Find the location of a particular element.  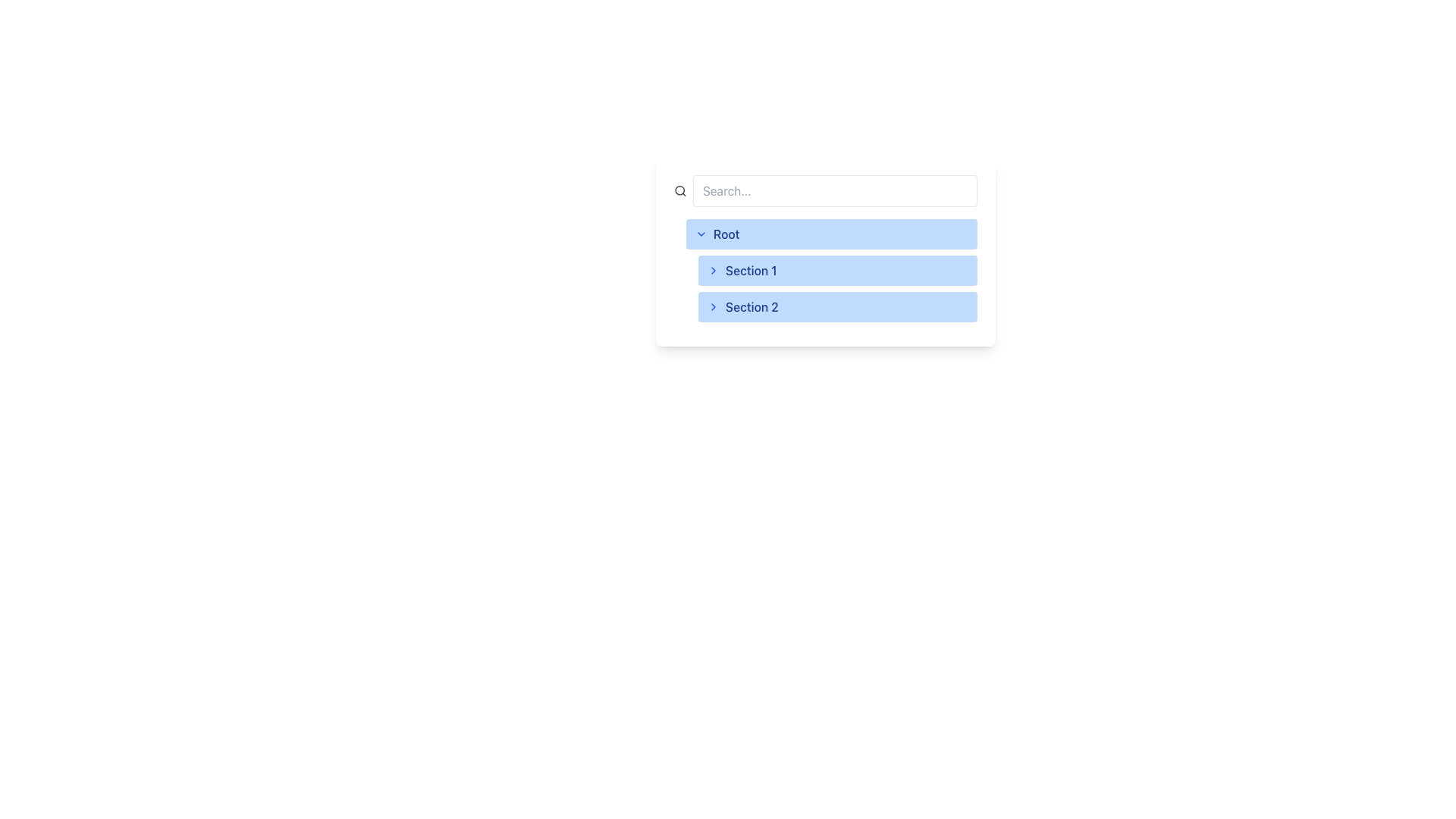

the Text label that serves as a title for the collapsible section in the navigation list is located at coordinates (751, 270).